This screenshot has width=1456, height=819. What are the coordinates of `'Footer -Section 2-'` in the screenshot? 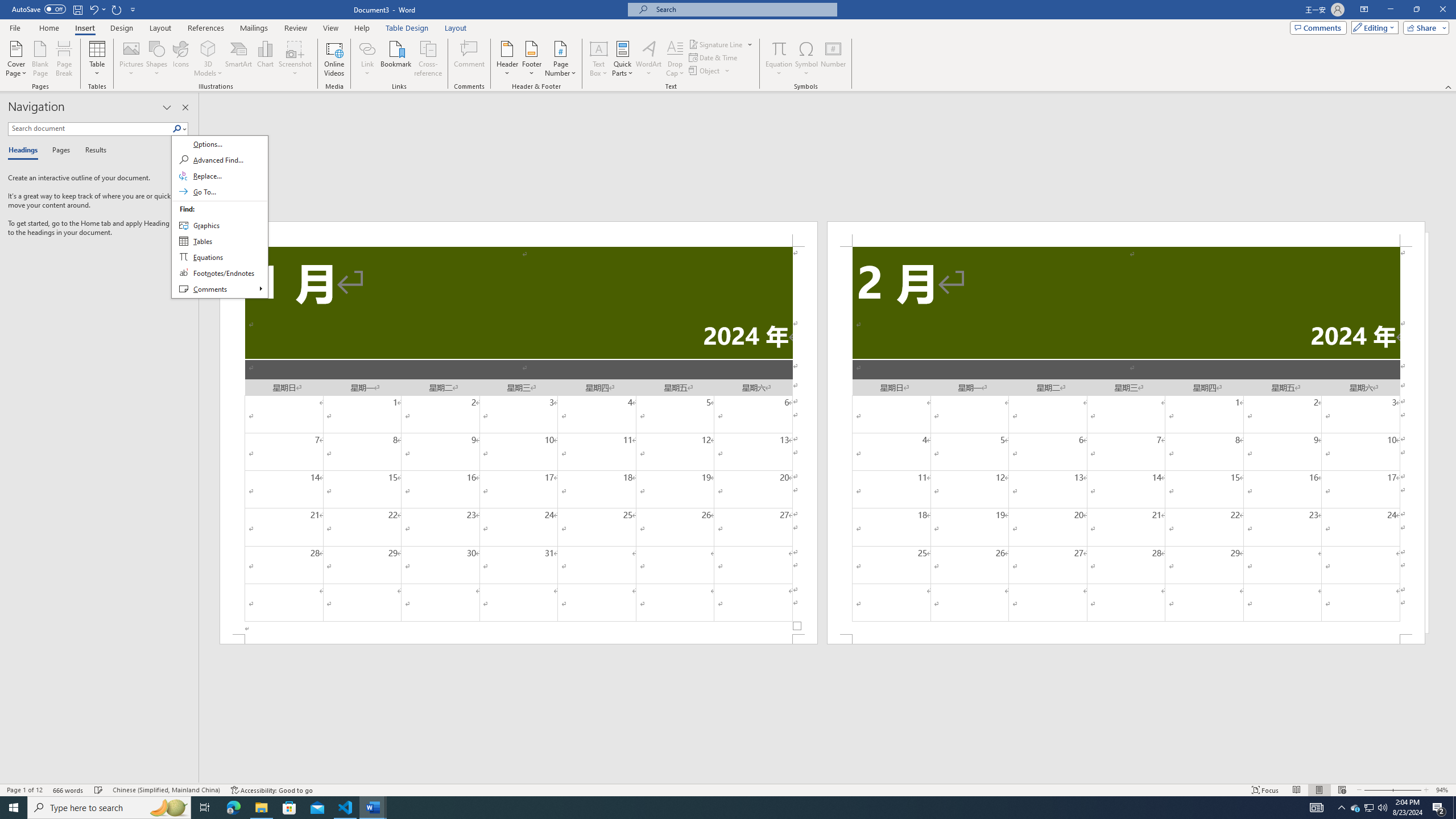 It's located at (1126, 638).